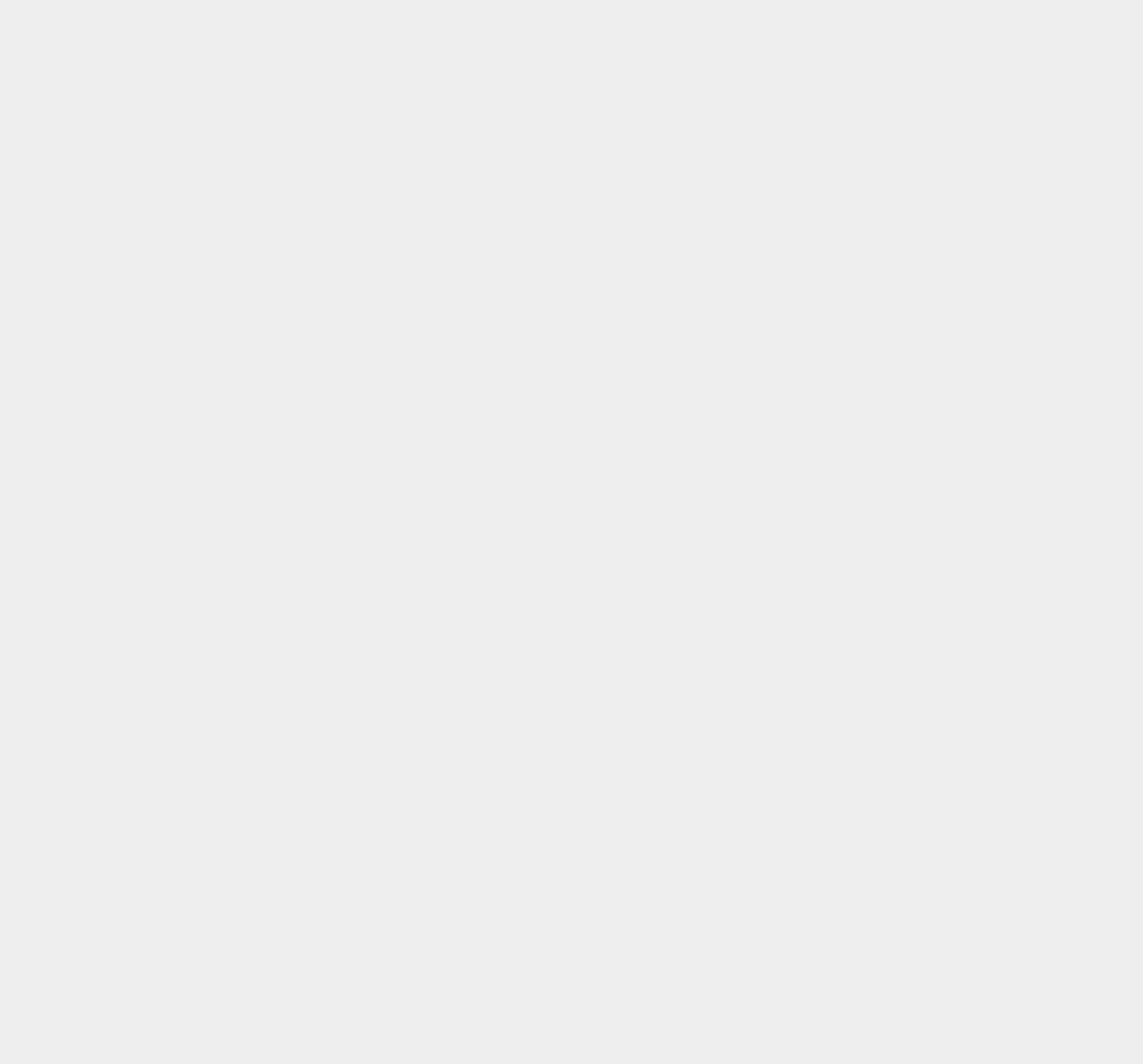  What do you see at coordinates (826, 981) in the screenshot?
I see `'iOS 13'` at bounding box center [826, 981].